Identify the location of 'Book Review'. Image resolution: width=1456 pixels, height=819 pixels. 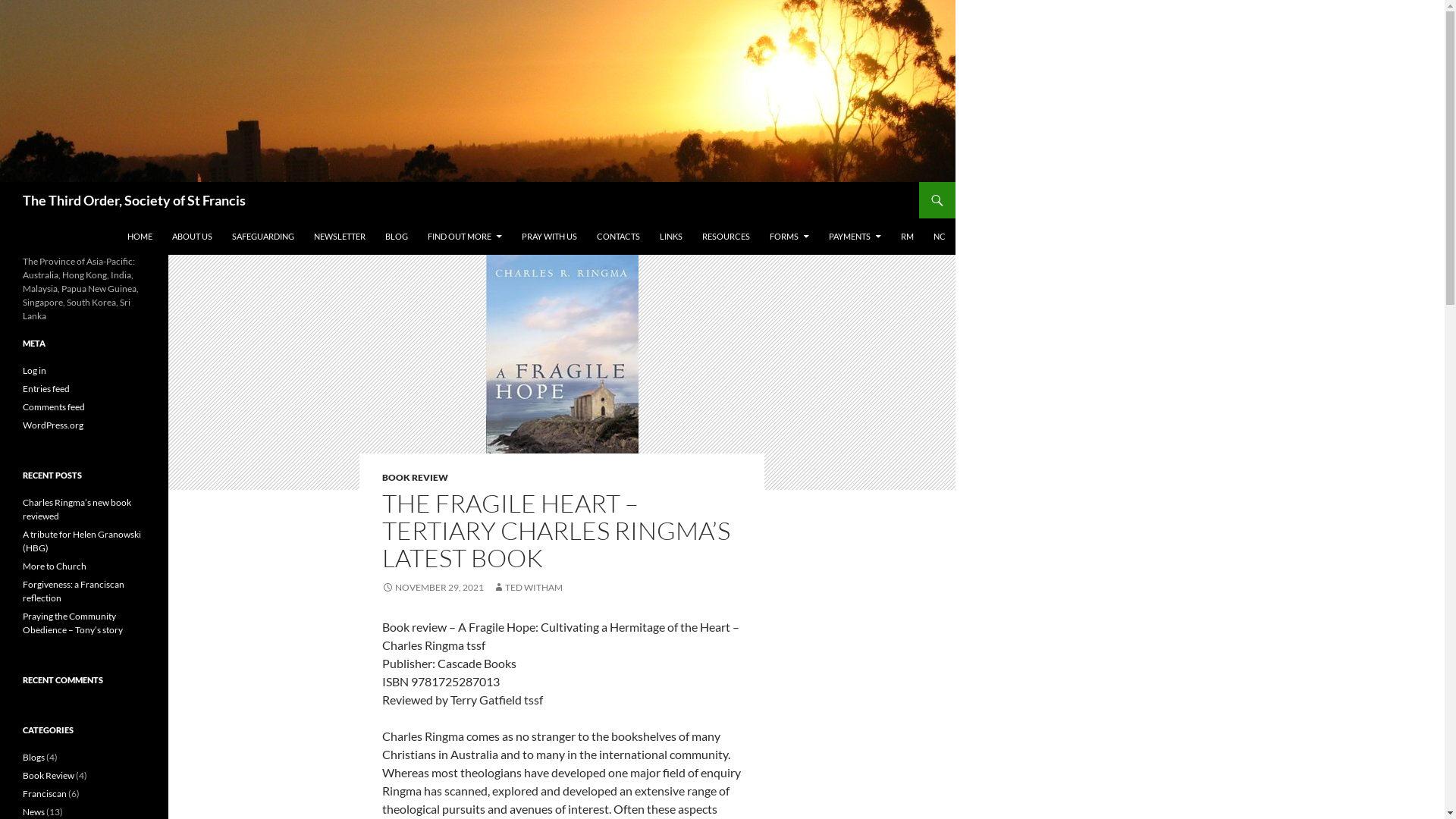
(48, 775).